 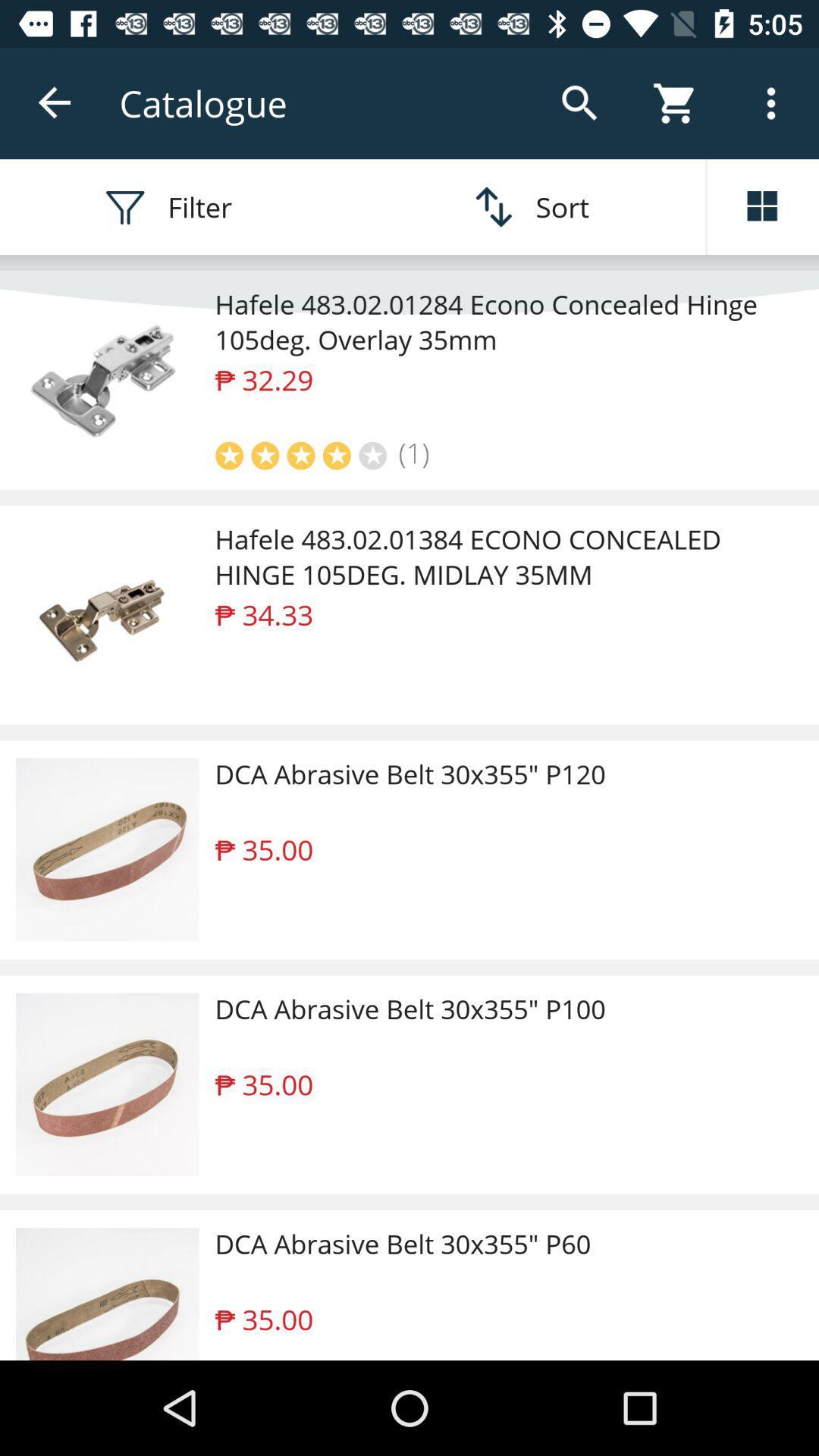 What do you see at coordinates (763, 206) in the screenshot?
I see `change view` at bounding box center [763, 206].